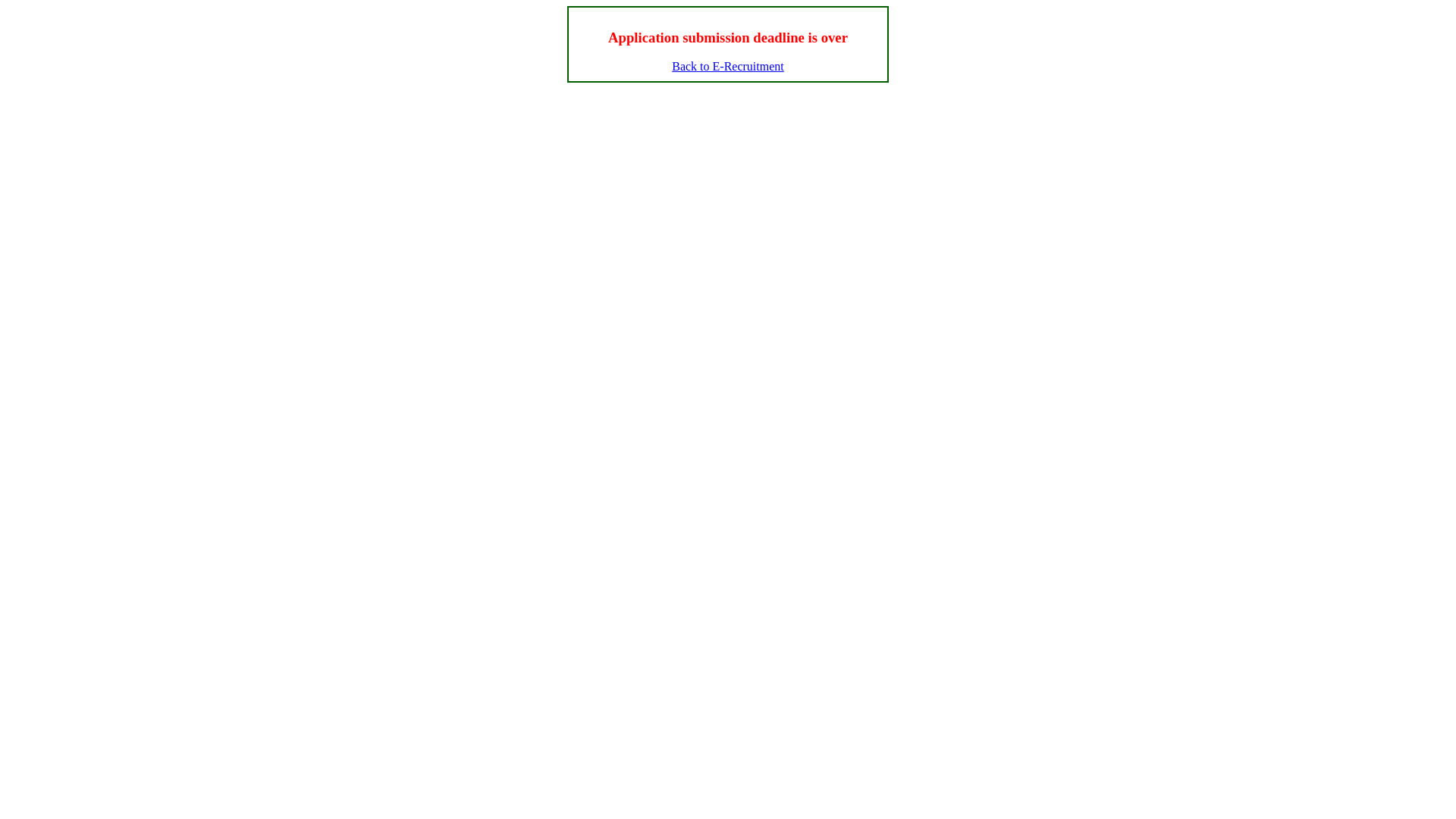  I want to click on 'Back to E-Recruitment', so click(728, 65).